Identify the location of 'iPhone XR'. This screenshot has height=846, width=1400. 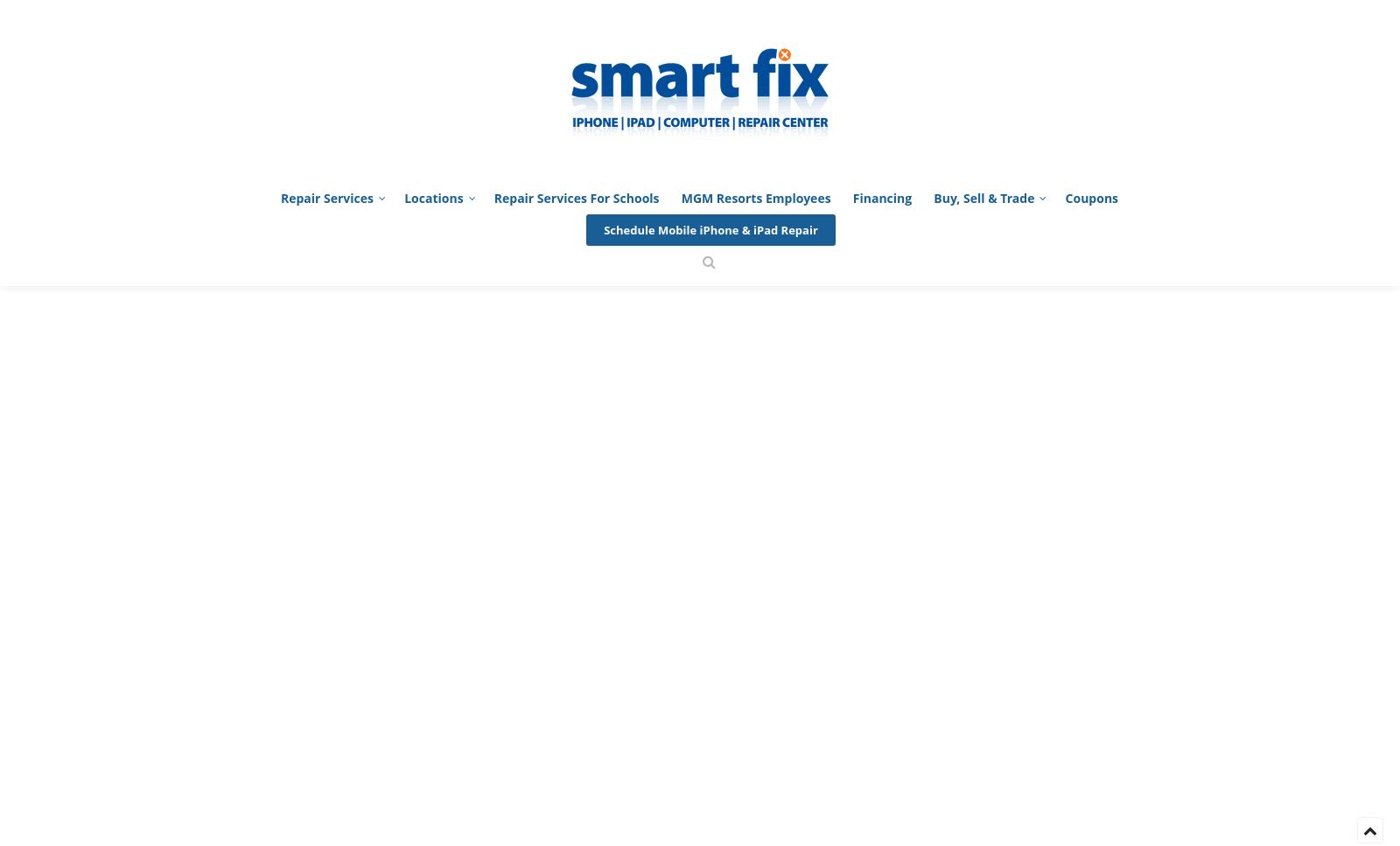
(881, 711).